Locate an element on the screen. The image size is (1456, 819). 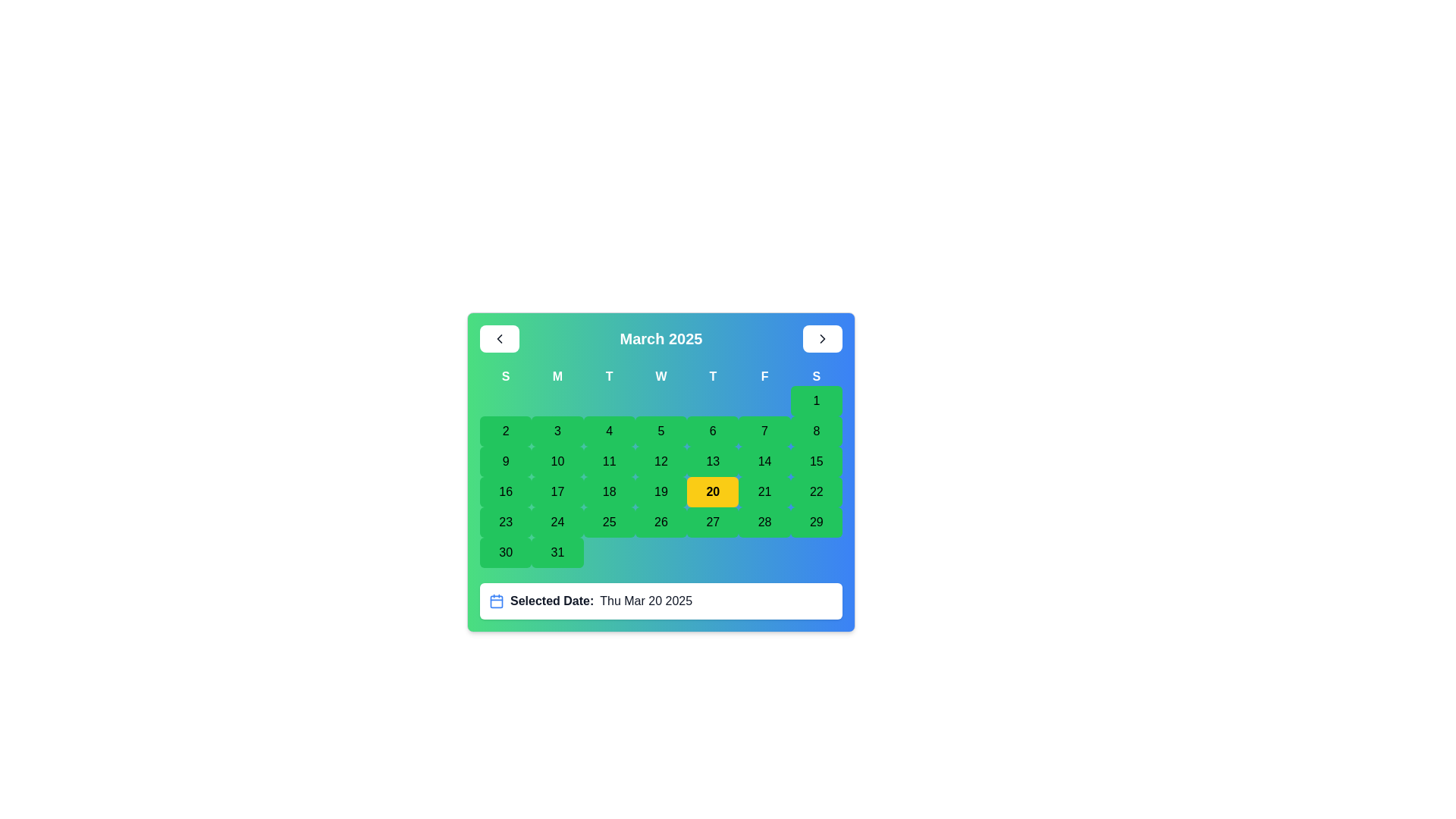
the button representing the 23rd day of the month in the calendar interface is located at coordinates (506, 522).